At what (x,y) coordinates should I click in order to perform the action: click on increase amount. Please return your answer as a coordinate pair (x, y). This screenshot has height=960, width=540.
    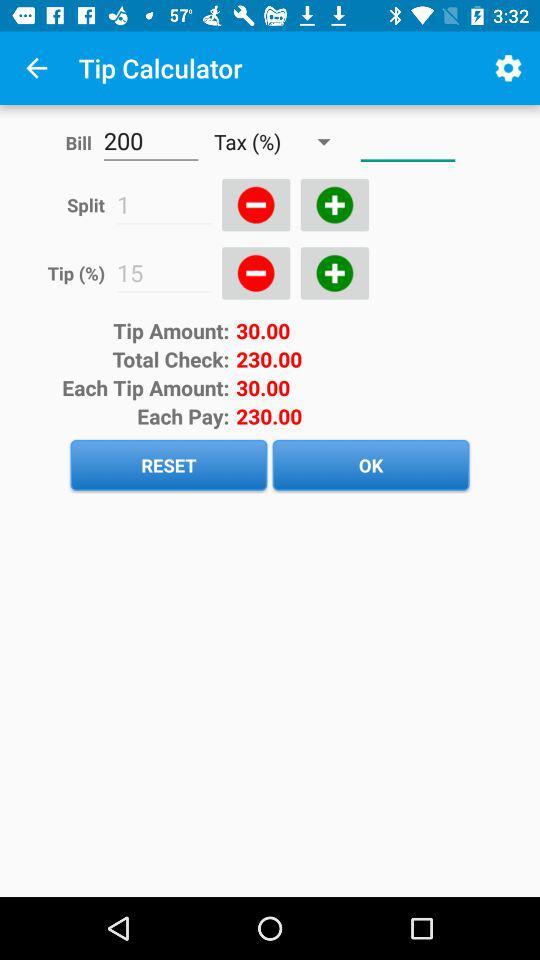
    Looking at the image, I should click on (334, 272).